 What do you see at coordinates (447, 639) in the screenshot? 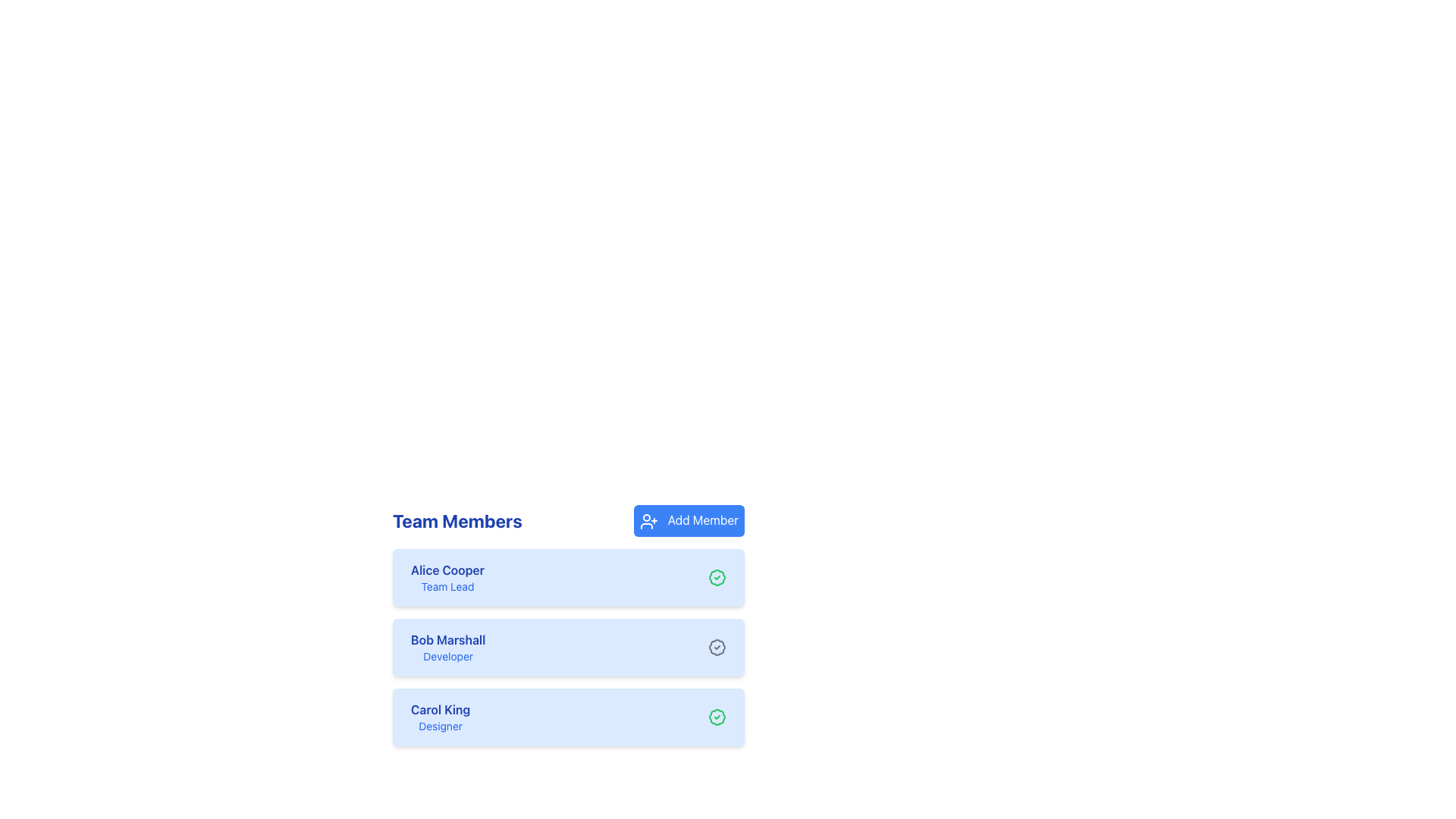
I see `text label displaying the name of the team member 'Bob Marshall Developer', located in the center-right region of the interface` at bounding box center [447, 639].